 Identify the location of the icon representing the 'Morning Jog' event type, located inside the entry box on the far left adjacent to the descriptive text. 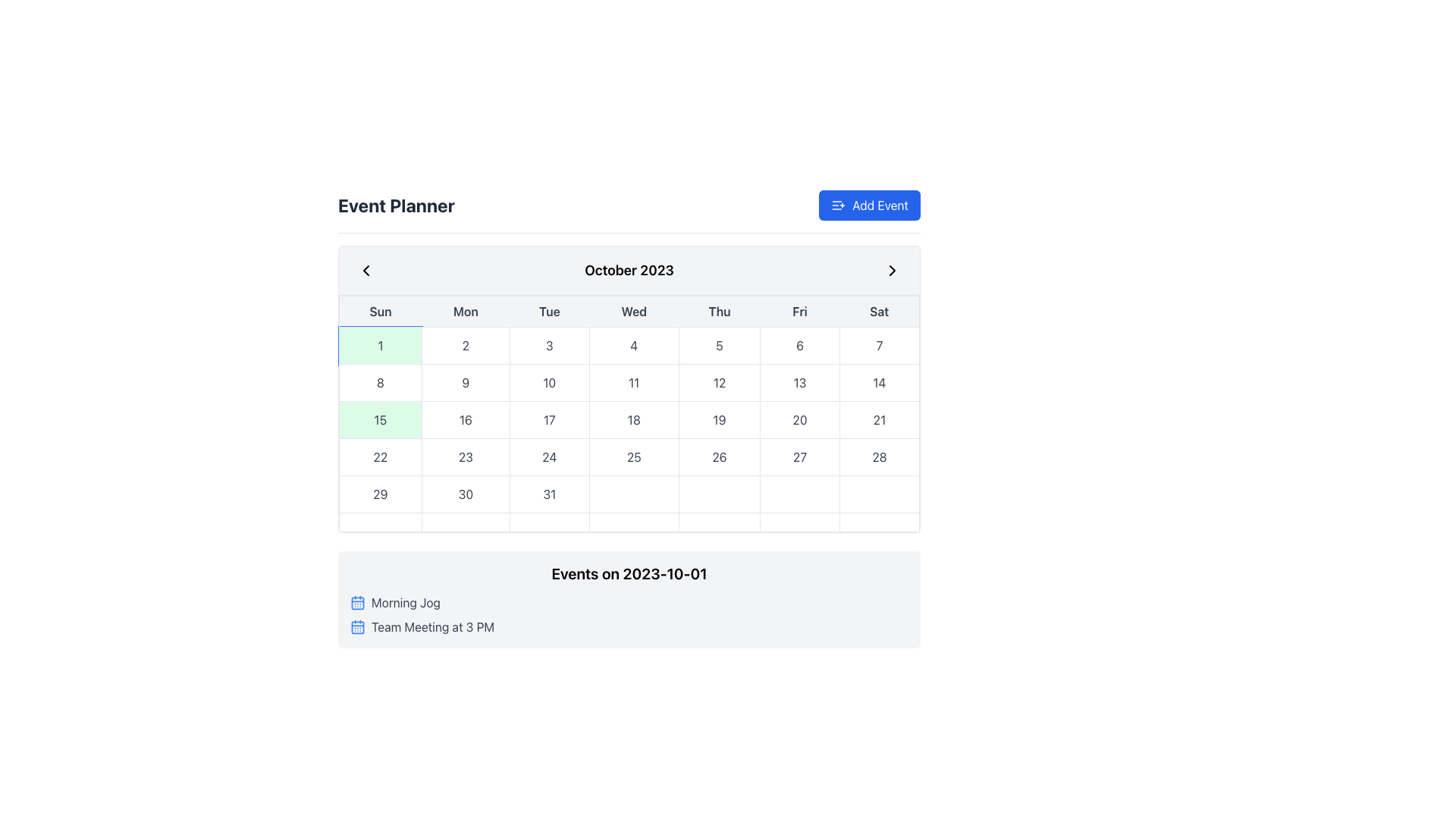
(356, 601).